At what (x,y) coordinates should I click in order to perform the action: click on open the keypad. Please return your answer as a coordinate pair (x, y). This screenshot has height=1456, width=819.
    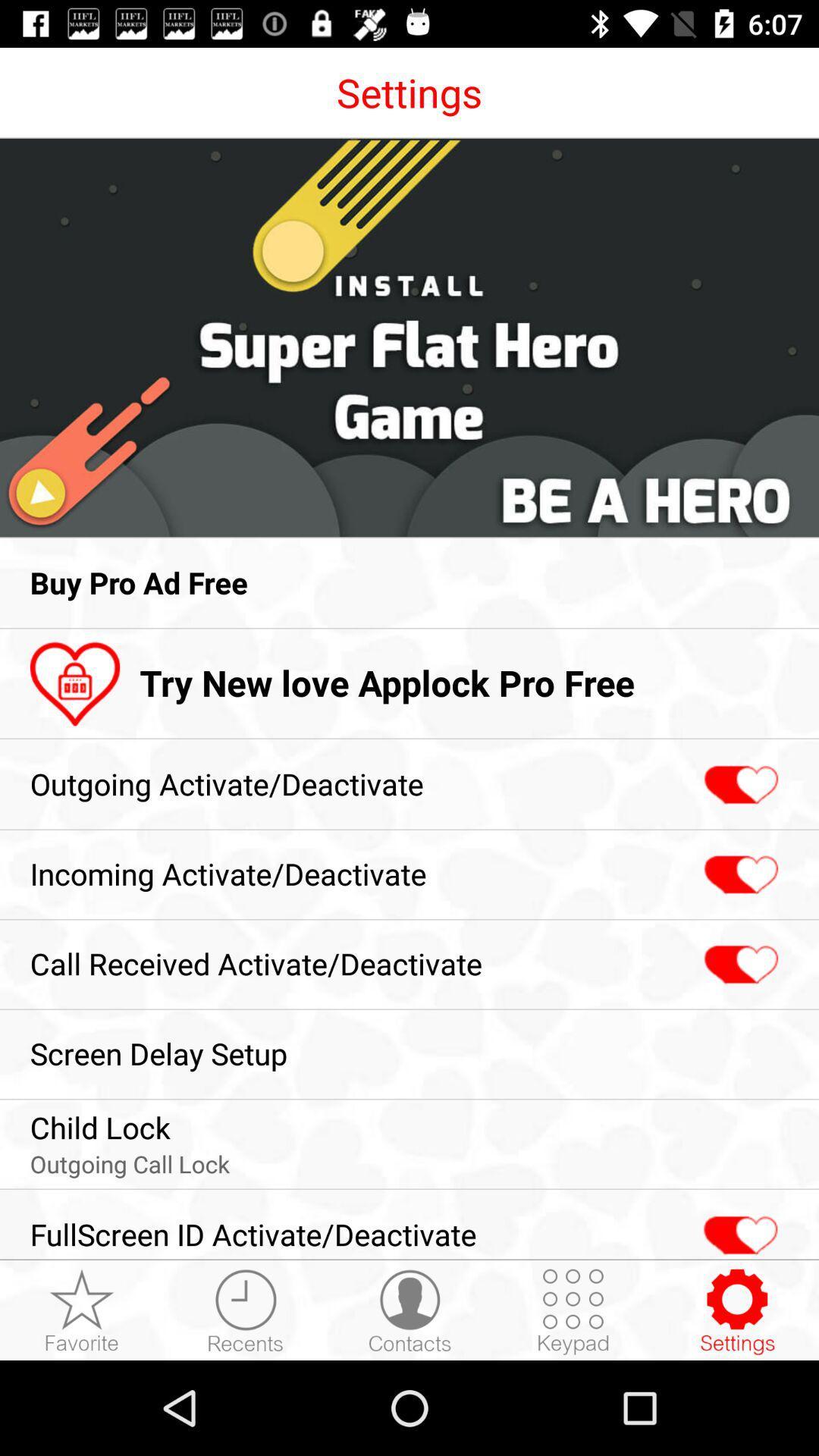
    Looking at the image, I should click on (573, 1310).